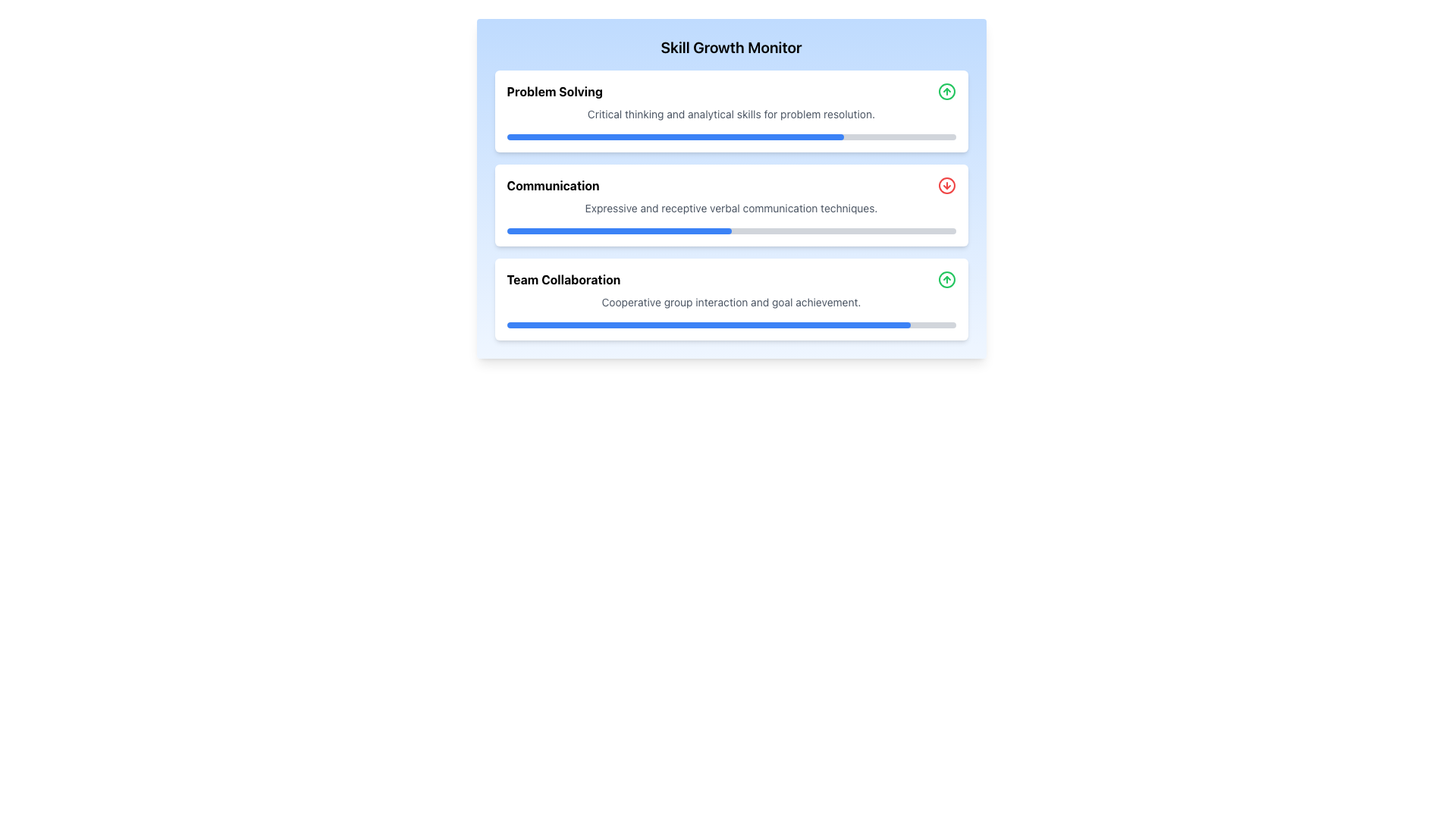 Image resolution: width=1456 pixels, height=819 pixels. What do you see at coordinates (731, 110) in the screenshot?
I see `the Info Card titled 'Problem Solving', which features a green upward arrow icon and a horizontal progress bar at the bottom` at bounding box center [731, 110].